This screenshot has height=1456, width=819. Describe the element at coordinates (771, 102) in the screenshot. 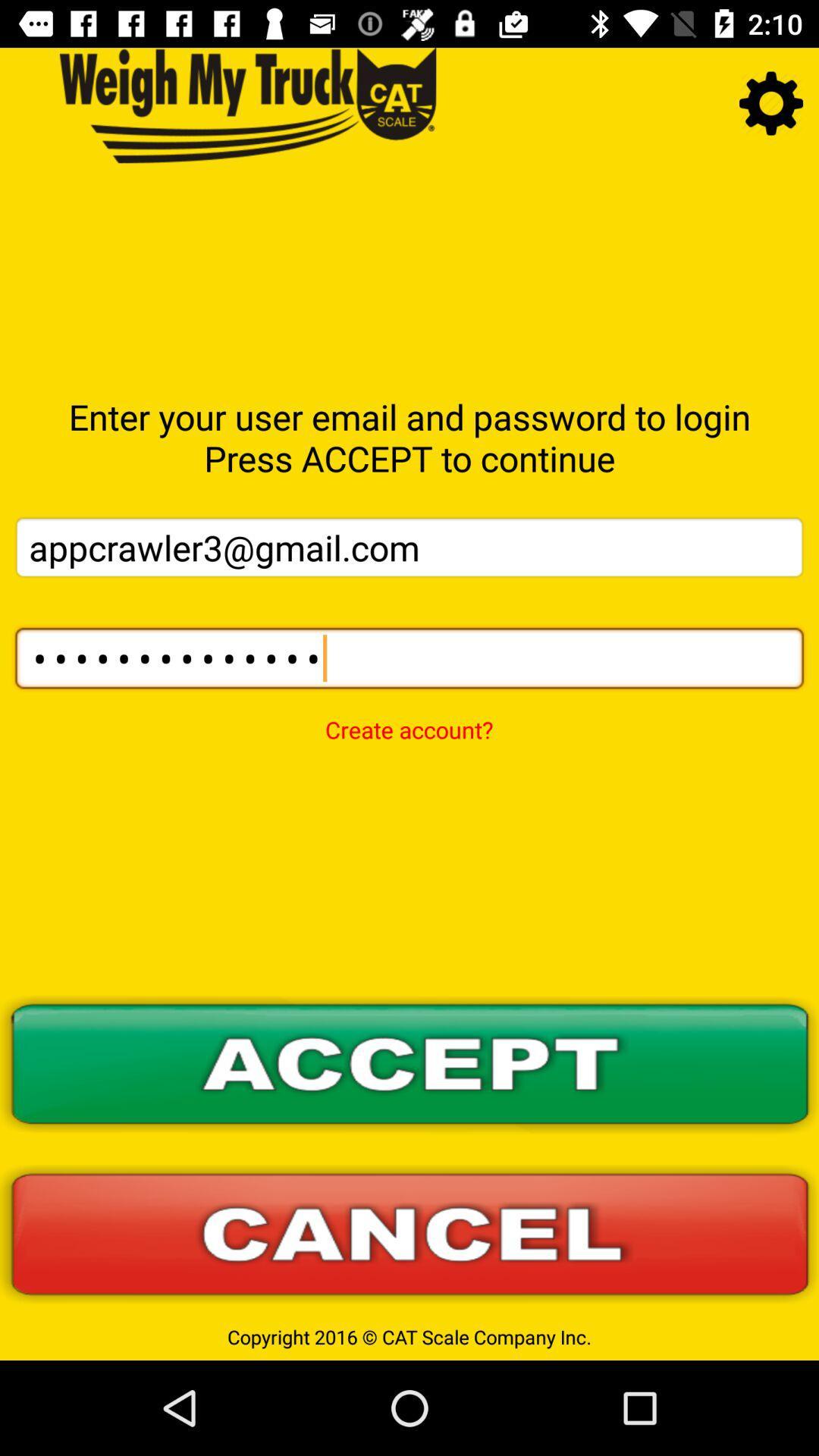

I see `the item at the top right corner` at that location.